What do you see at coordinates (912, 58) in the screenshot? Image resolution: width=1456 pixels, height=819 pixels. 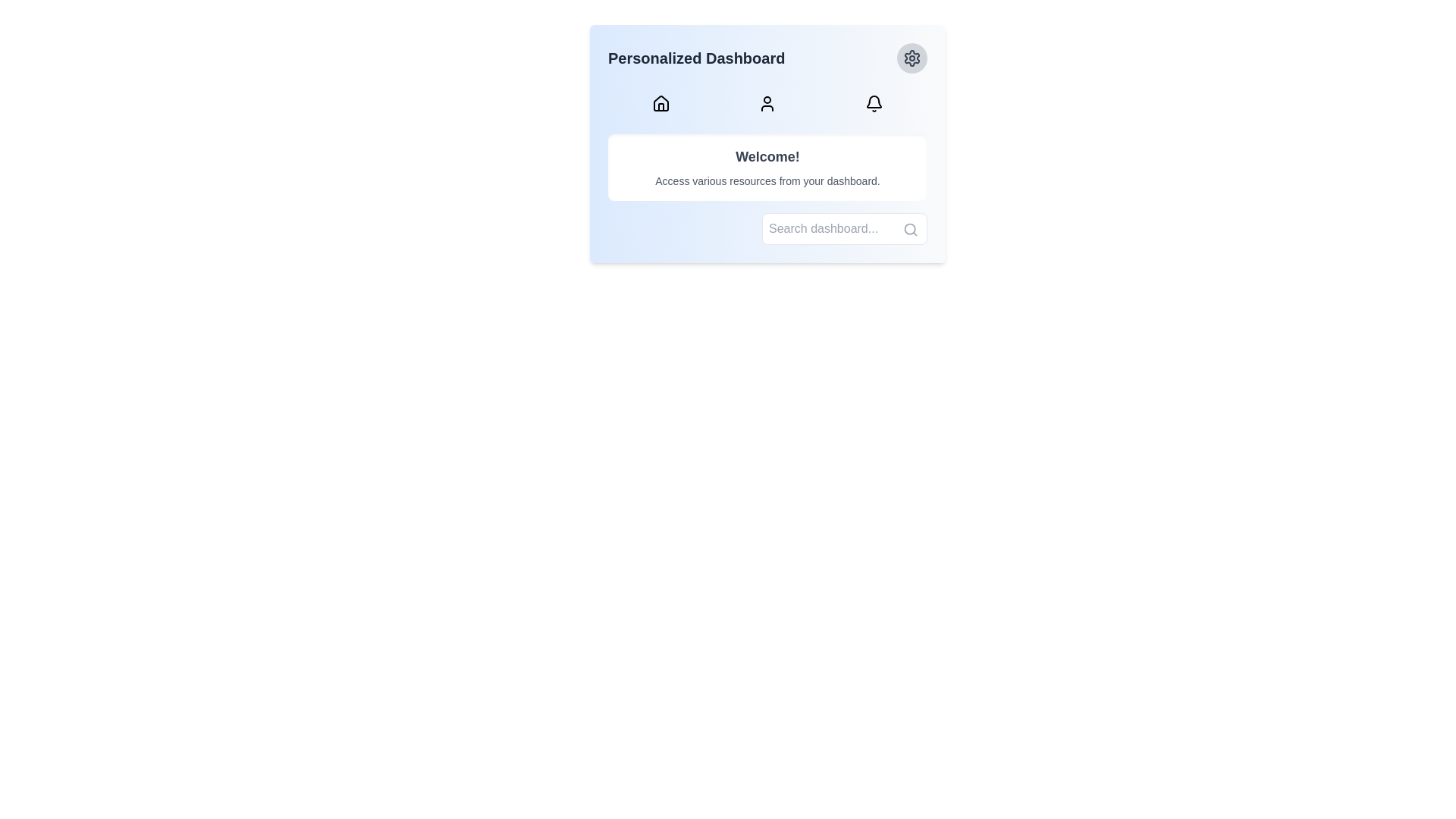 I see `the settings icon located at the top-right corner of the 'Personalized Dashboard' card section` at bounding box center [912, 58].